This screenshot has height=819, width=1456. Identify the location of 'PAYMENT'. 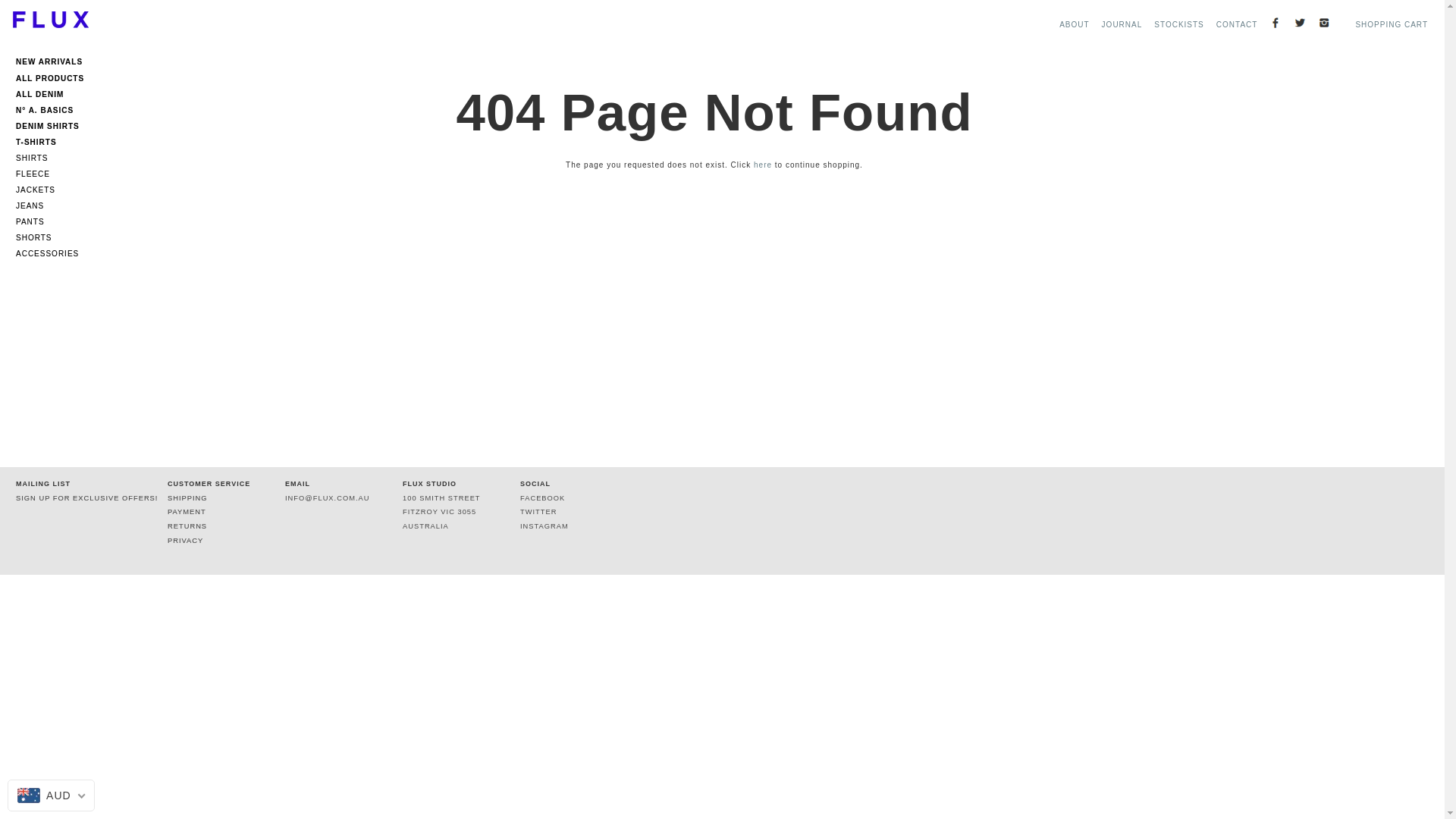
(186, 512).